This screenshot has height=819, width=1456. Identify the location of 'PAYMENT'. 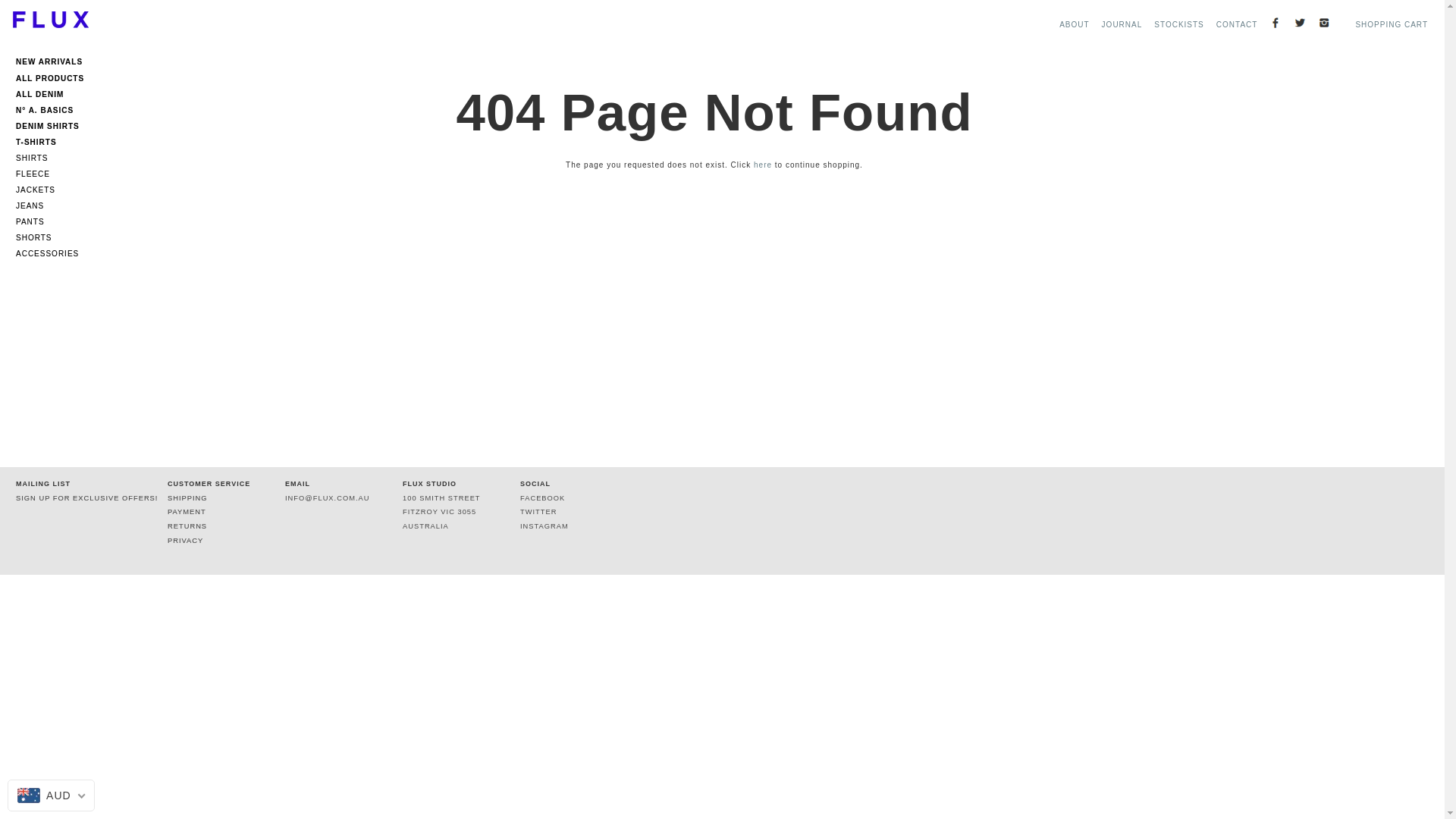
(186, 512).